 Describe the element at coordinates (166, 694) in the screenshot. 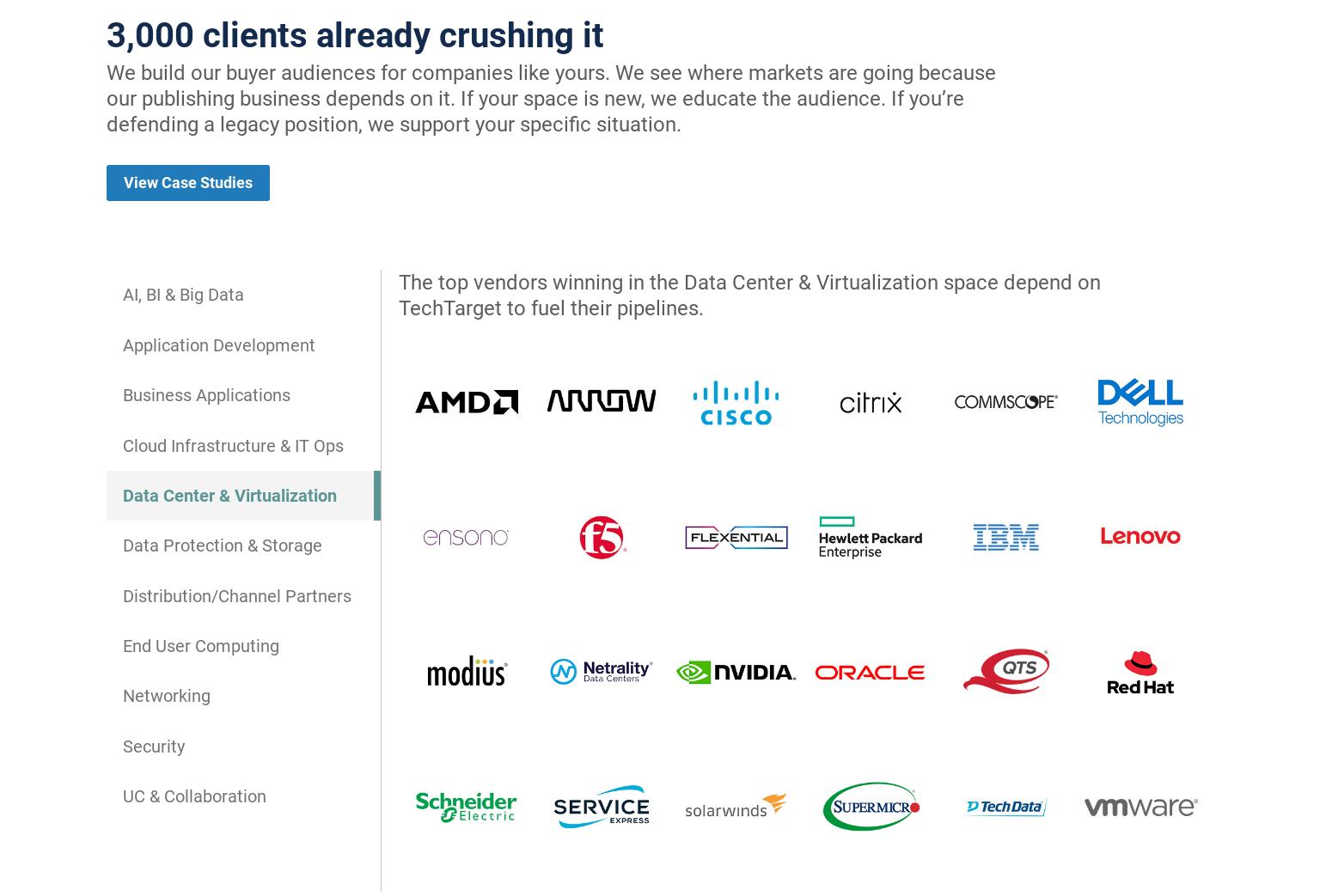

I see `'Networking'` at that location.